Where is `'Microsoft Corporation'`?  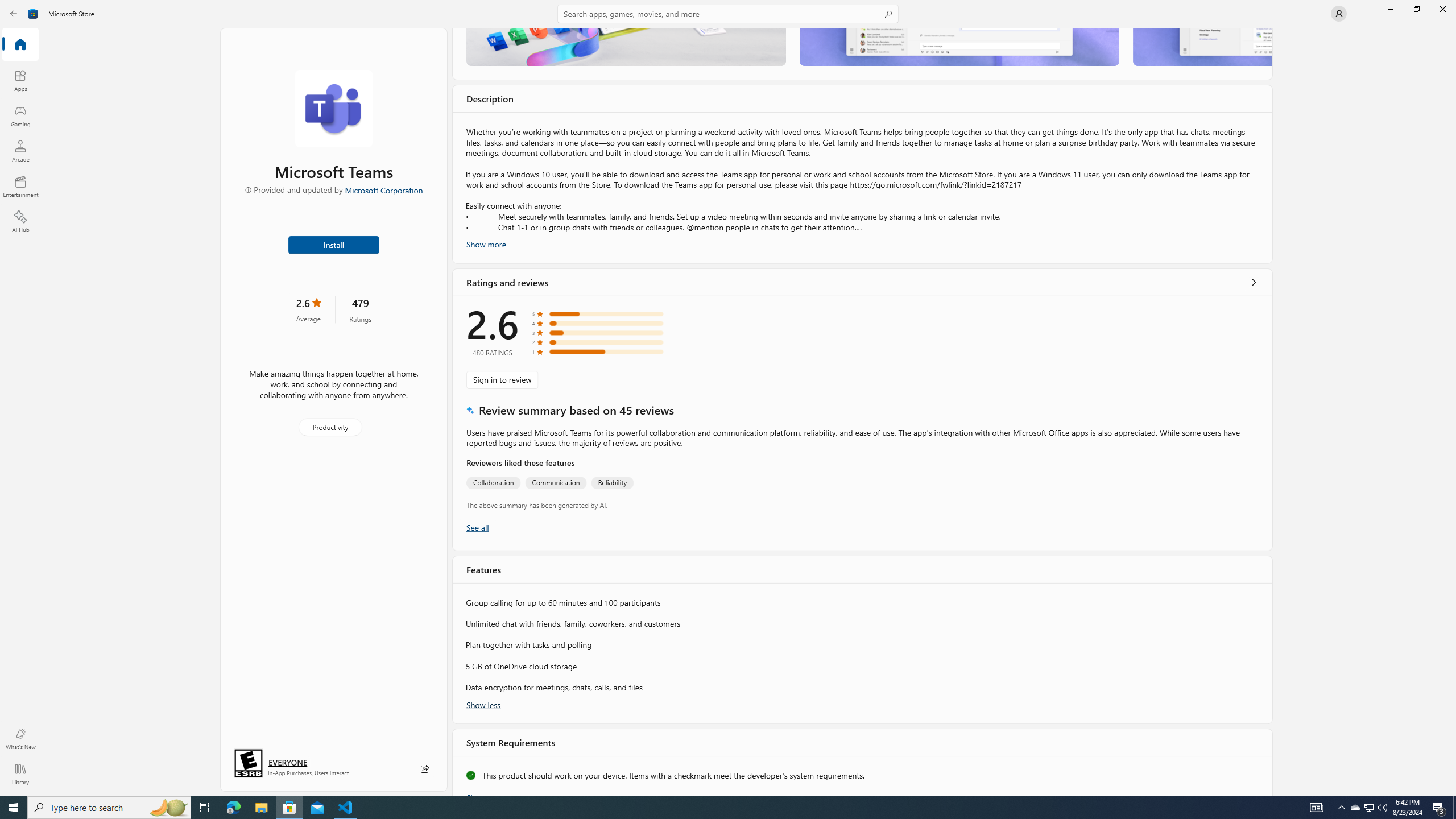
'Microsoft Corporation' is located at coordinates (383, 189).